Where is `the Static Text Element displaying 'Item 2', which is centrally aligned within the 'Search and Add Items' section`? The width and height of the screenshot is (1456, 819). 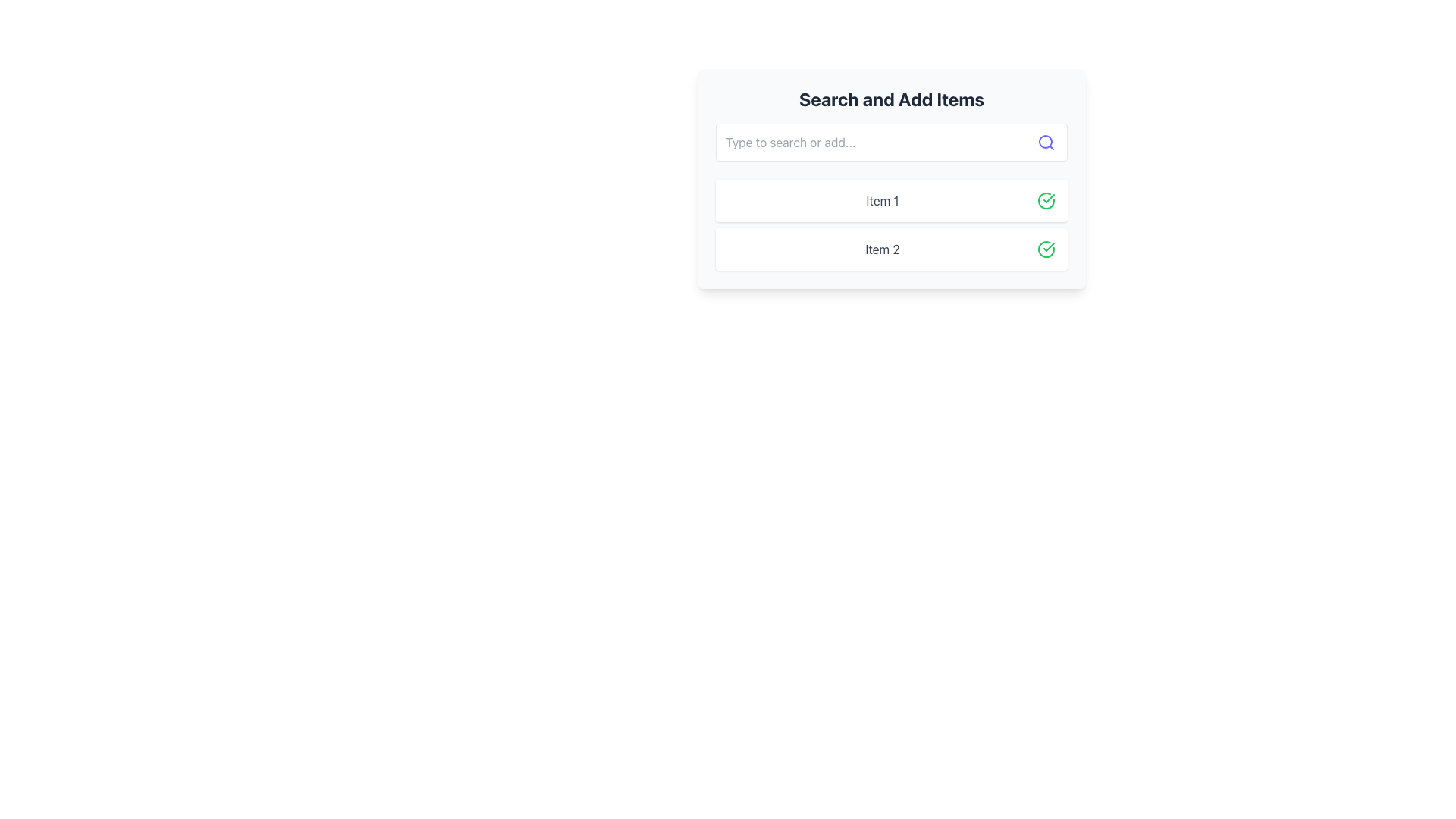
the Static Text Element displaying 'Item 2', which is centrally aligned within the 'Search and Add Items' section is located at coordinates (882, 248).